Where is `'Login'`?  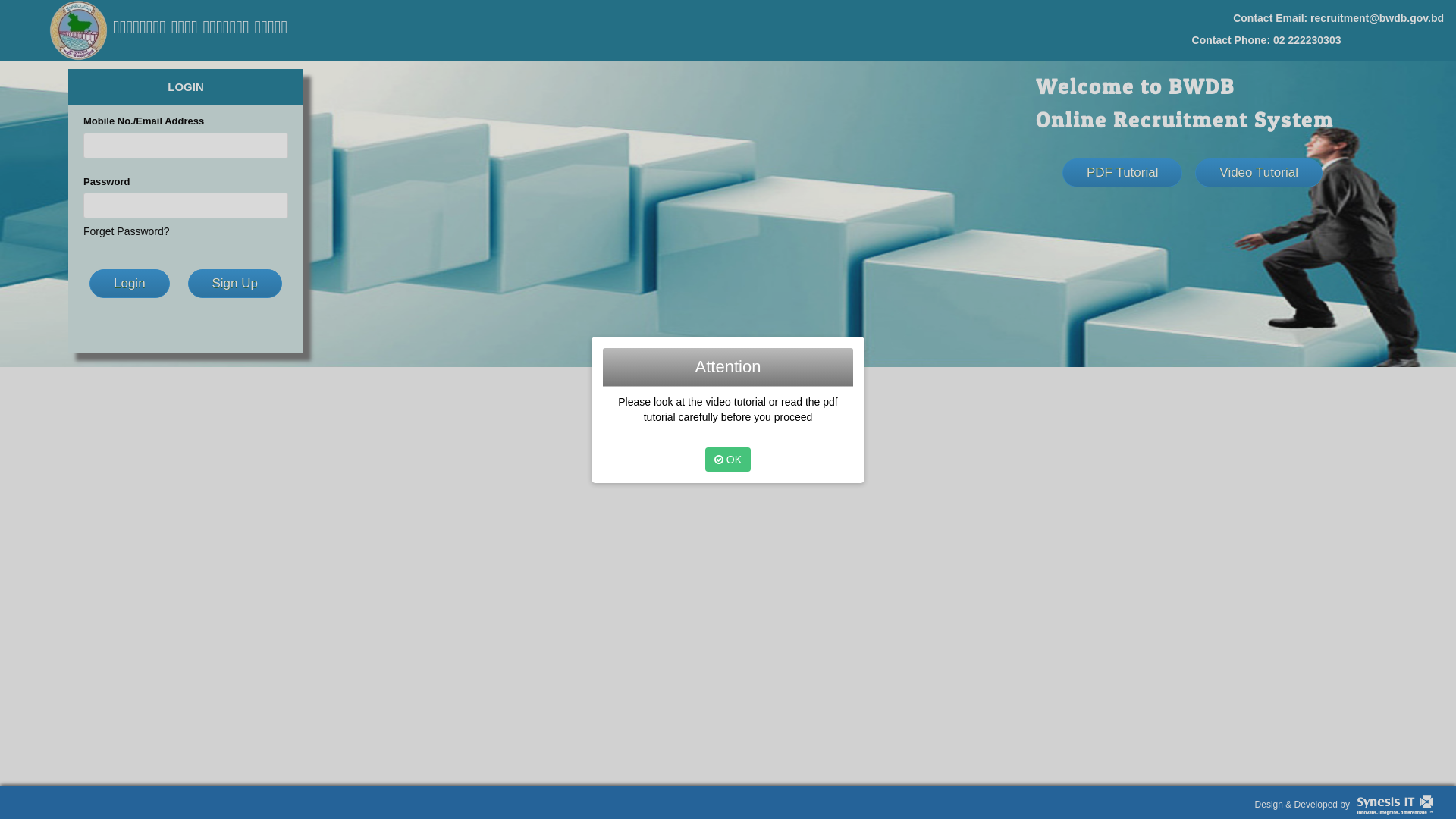 'Login' is located at coordinates (130, 284).